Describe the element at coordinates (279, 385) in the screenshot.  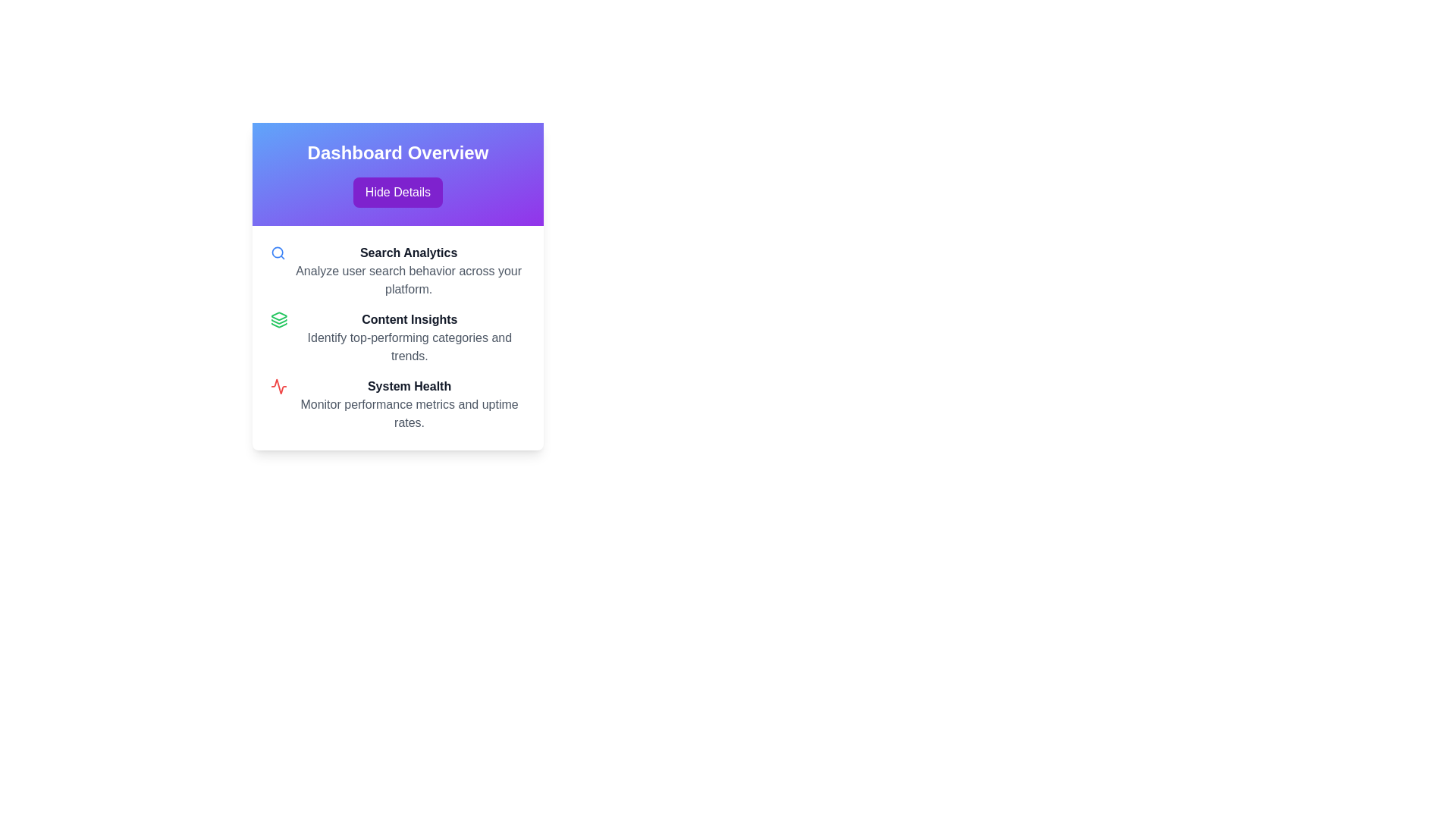
I see `the red waveform-shaped icon representing system health in the Dashboard Overview panel` at that location.